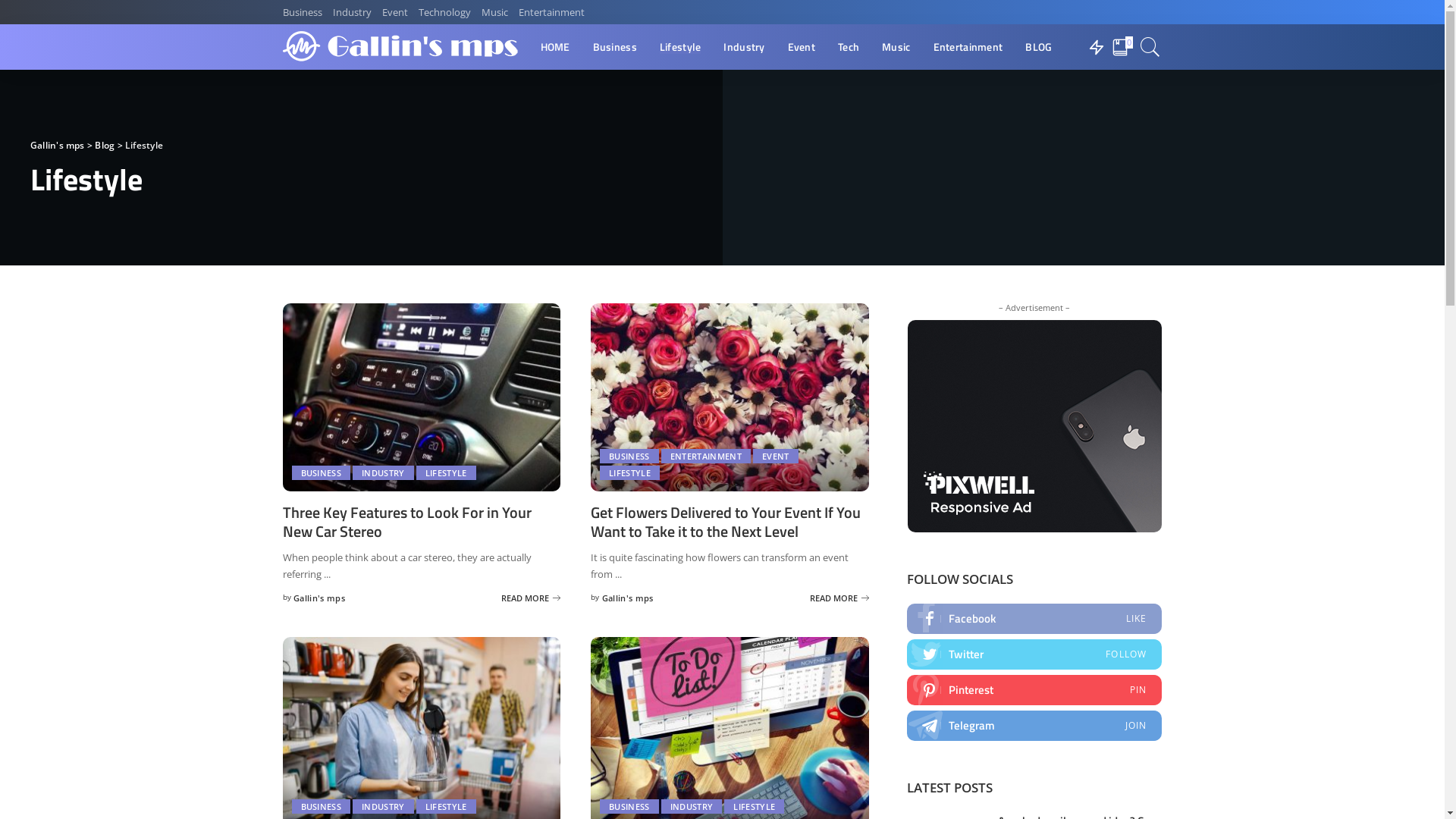 This screenshot has height=819, width=1456. Describe the element at coordinates (443, 12) in the screenshot. I see `'Technology'` at that location.